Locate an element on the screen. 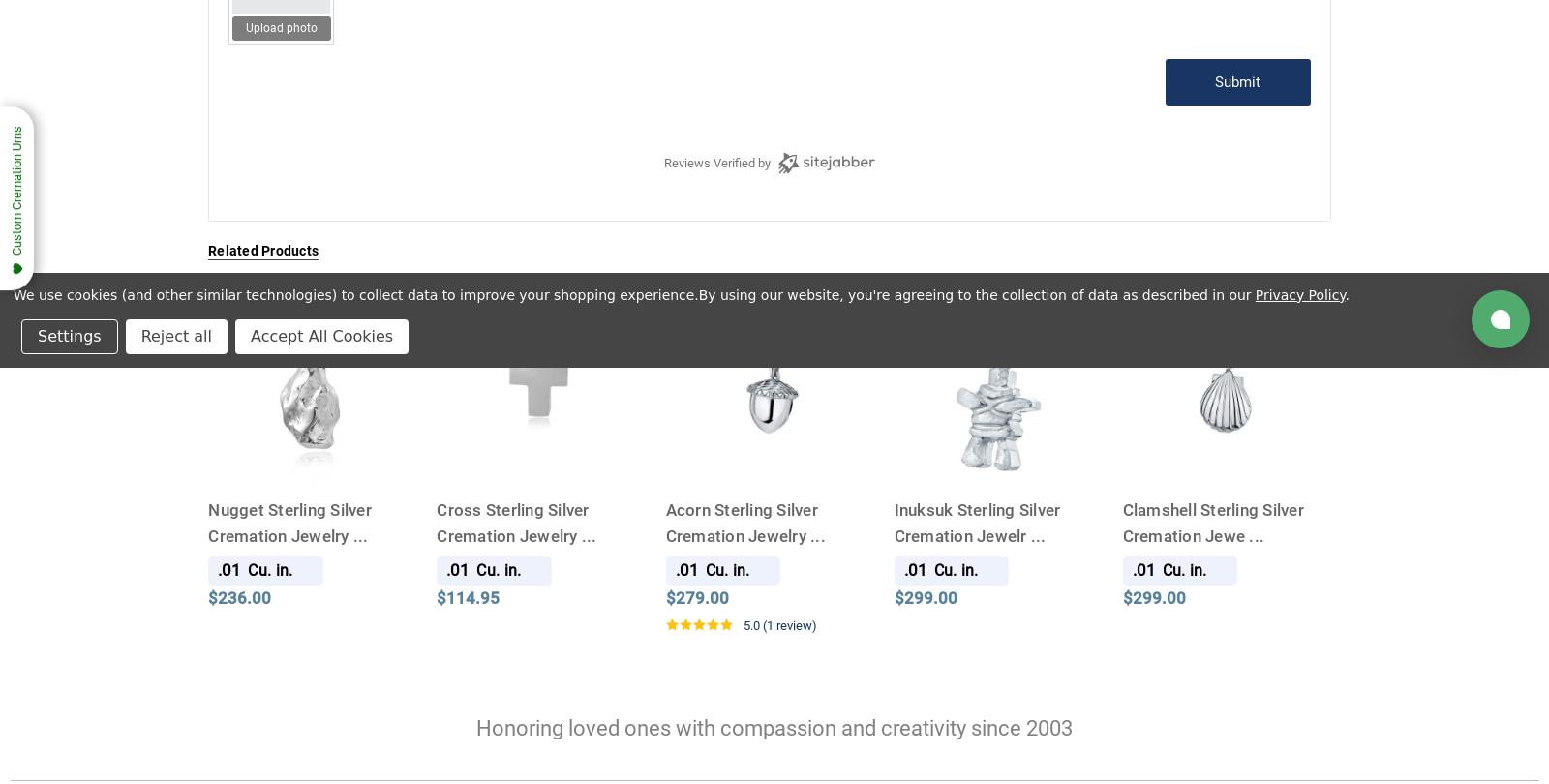 This screenshot has width=1549, height=784. 'Honoring loved ones with compassion and creativity since 2003' is located at coordinates (774, 727).